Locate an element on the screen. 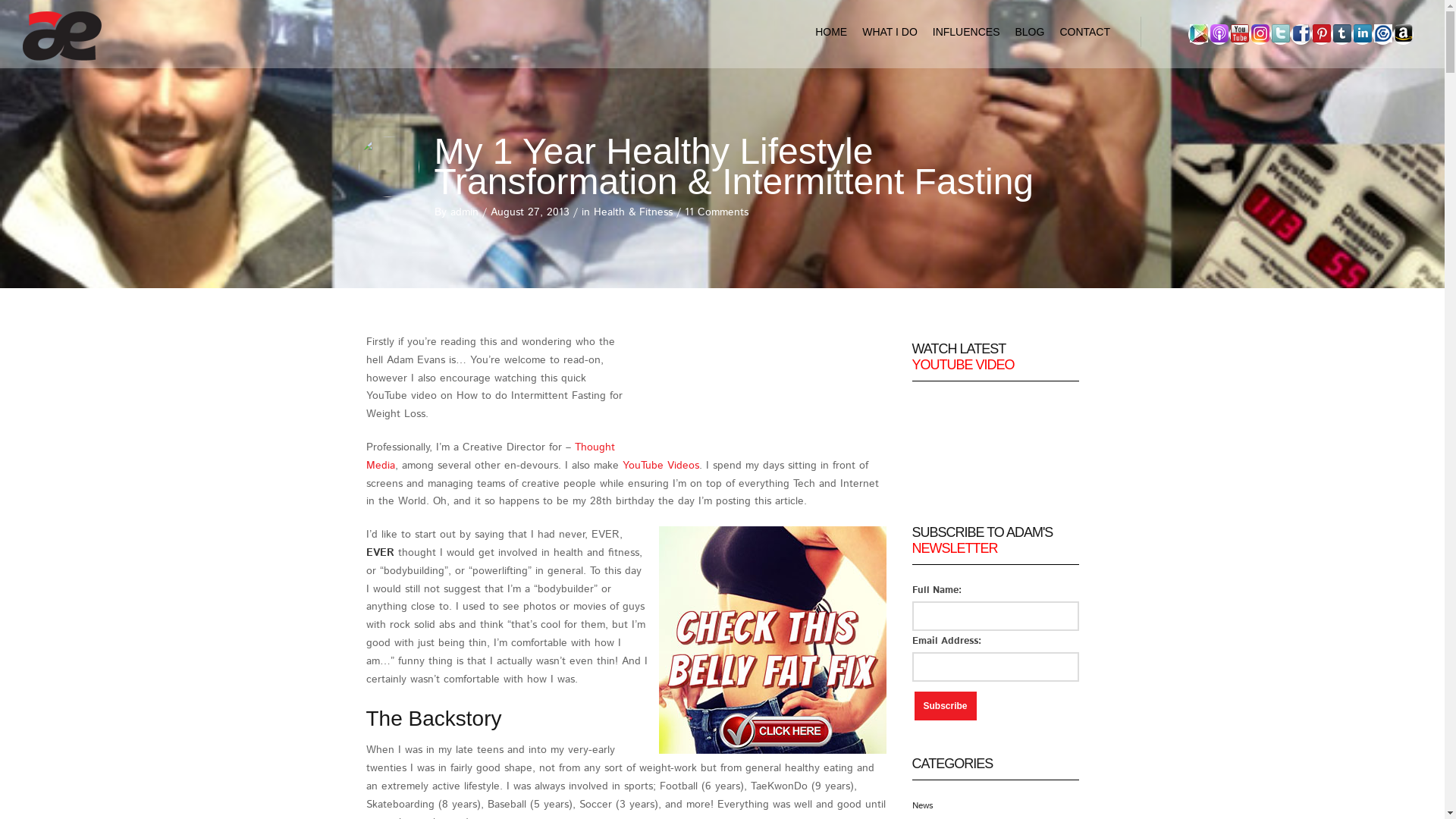 This screenshot has height=819, width=1456. 'Health & Fitness' is located at coordinates (632, 212).